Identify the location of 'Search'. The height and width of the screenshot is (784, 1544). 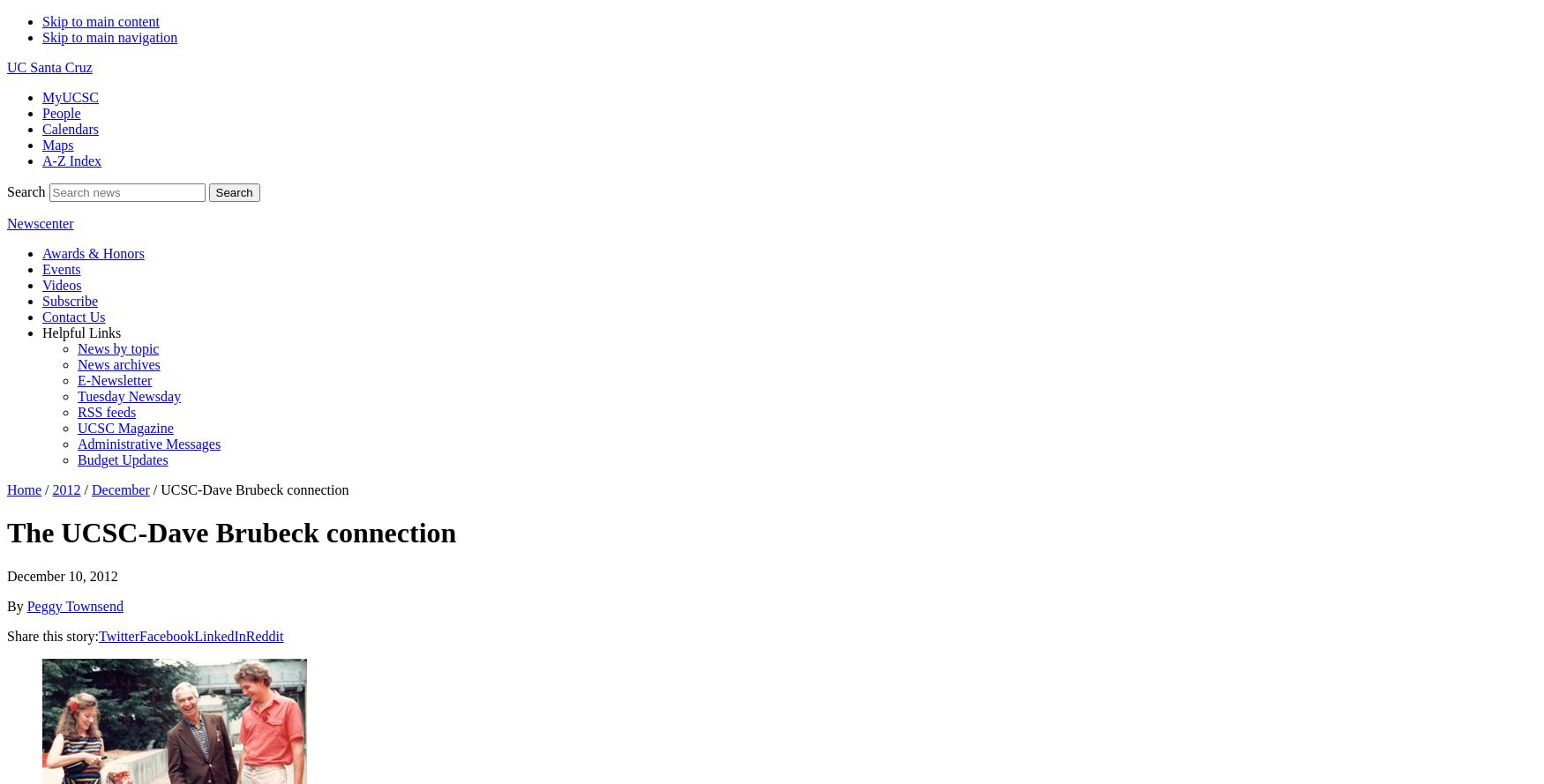
(25, 190).